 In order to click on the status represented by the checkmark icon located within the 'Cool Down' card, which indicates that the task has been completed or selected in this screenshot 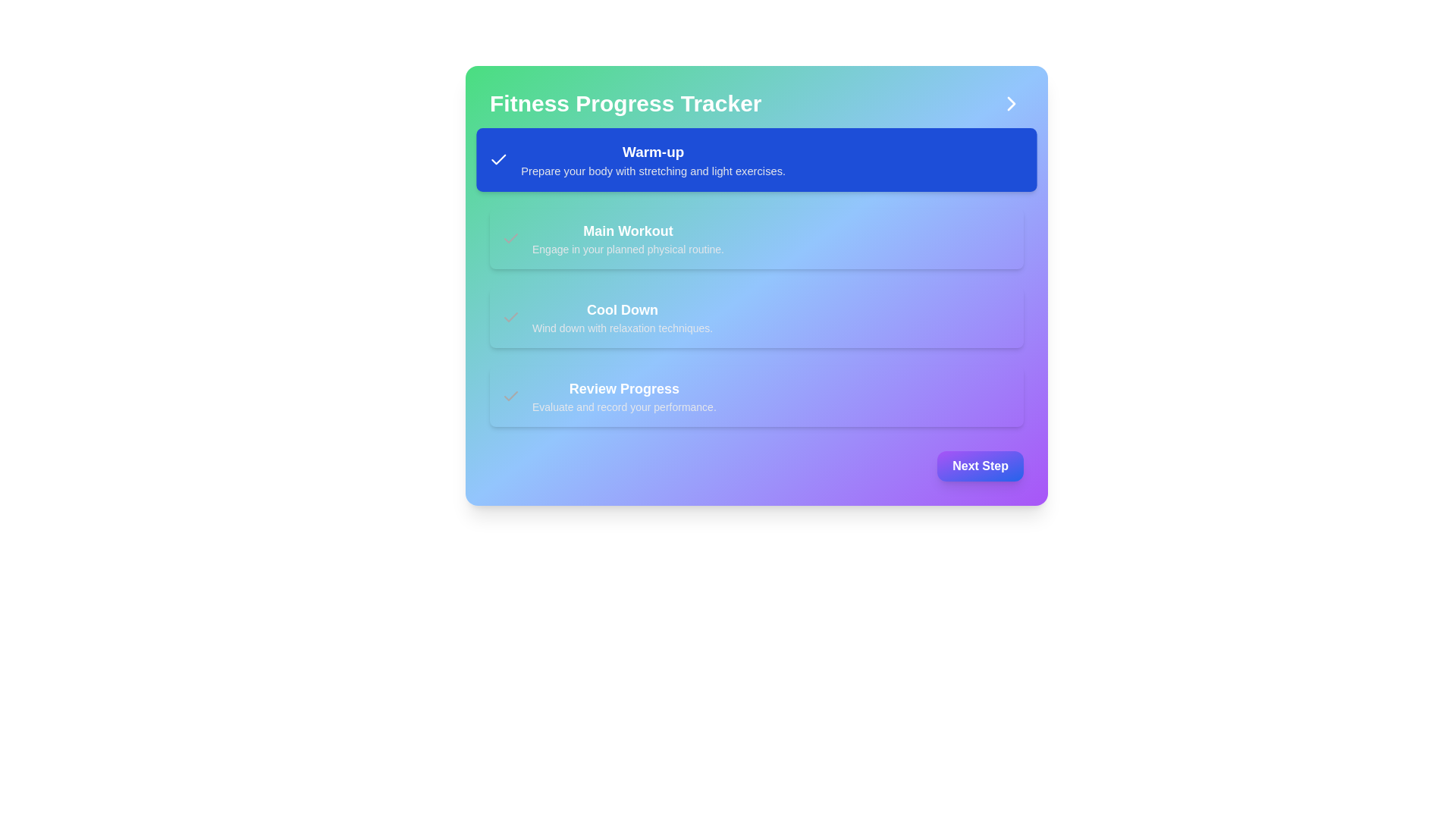, I will do `click(510, 237)`.